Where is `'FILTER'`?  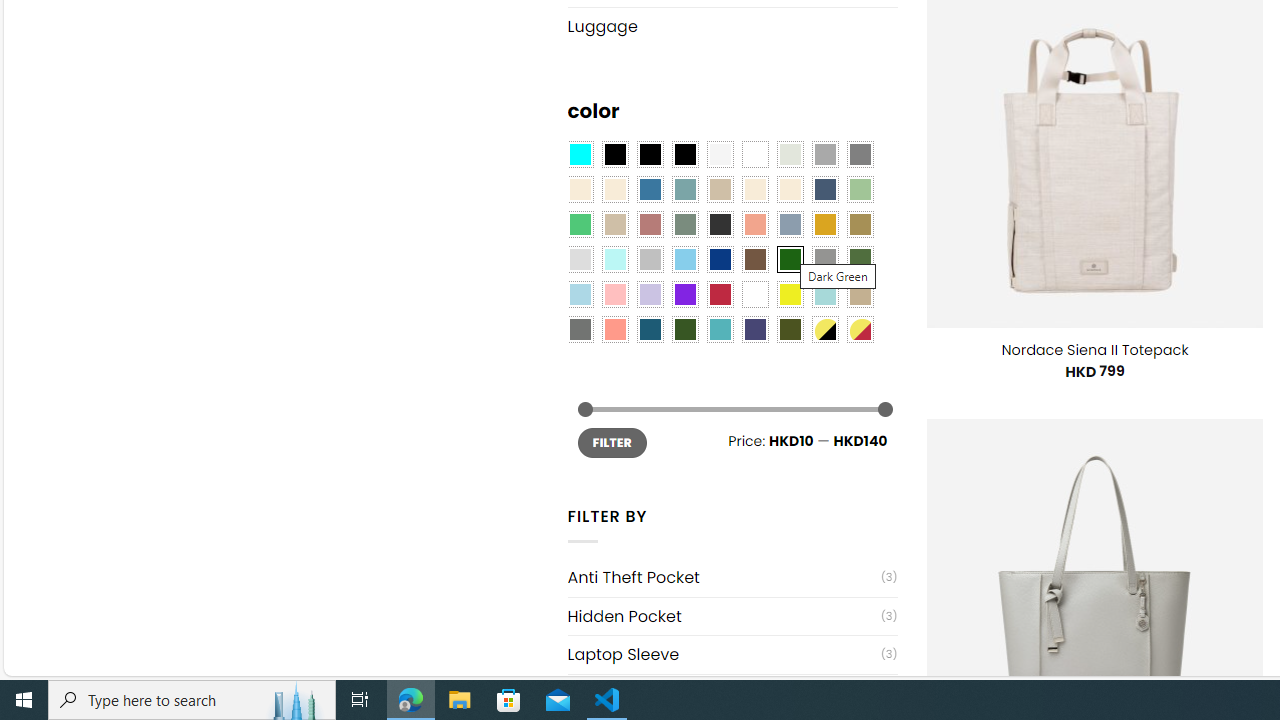
'FILTER' is located at coordinates (611, 442).